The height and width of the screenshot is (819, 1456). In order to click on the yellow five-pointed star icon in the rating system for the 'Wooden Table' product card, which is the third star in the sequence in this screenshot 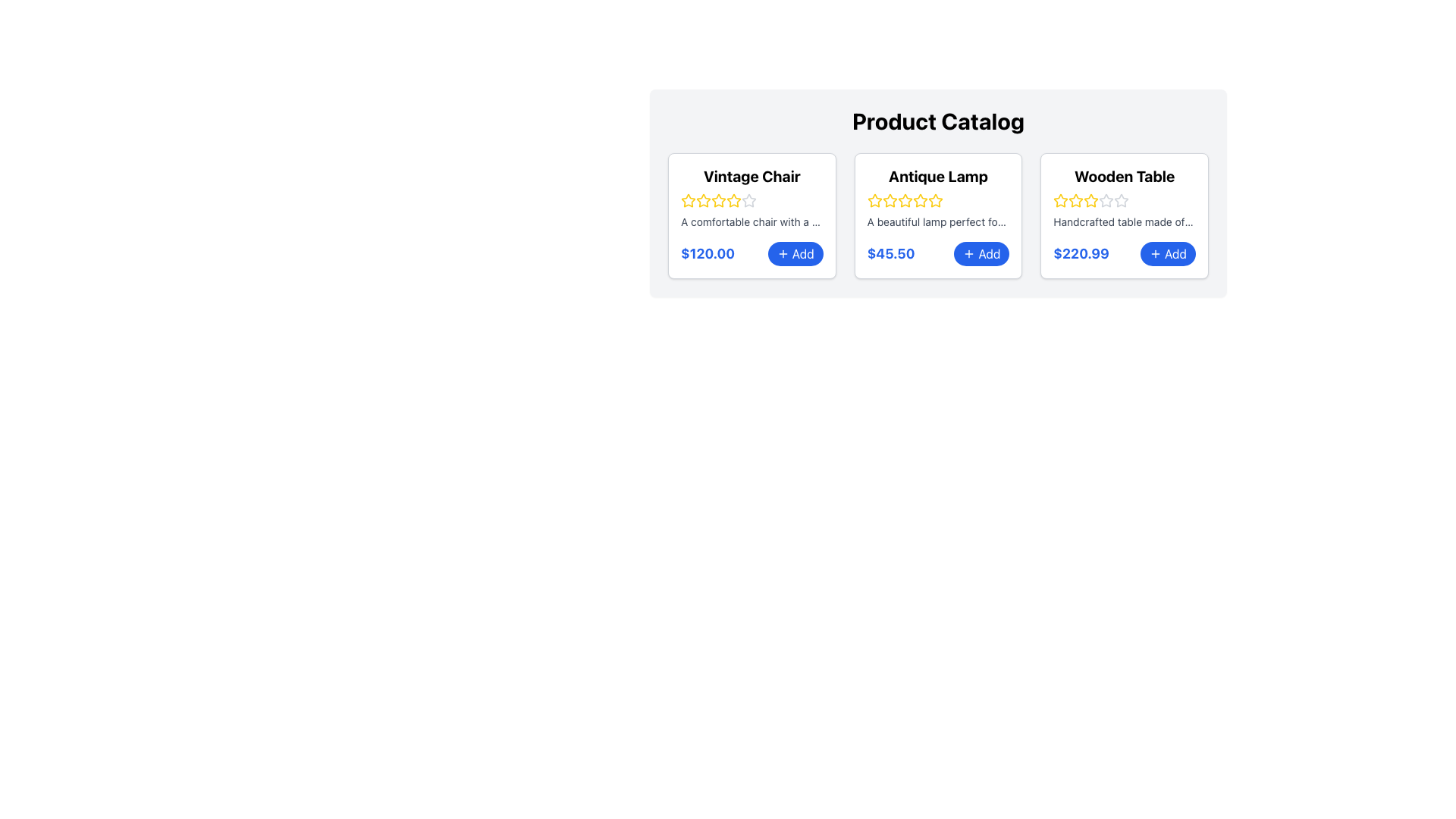, I will do `click(1075, 199)`.